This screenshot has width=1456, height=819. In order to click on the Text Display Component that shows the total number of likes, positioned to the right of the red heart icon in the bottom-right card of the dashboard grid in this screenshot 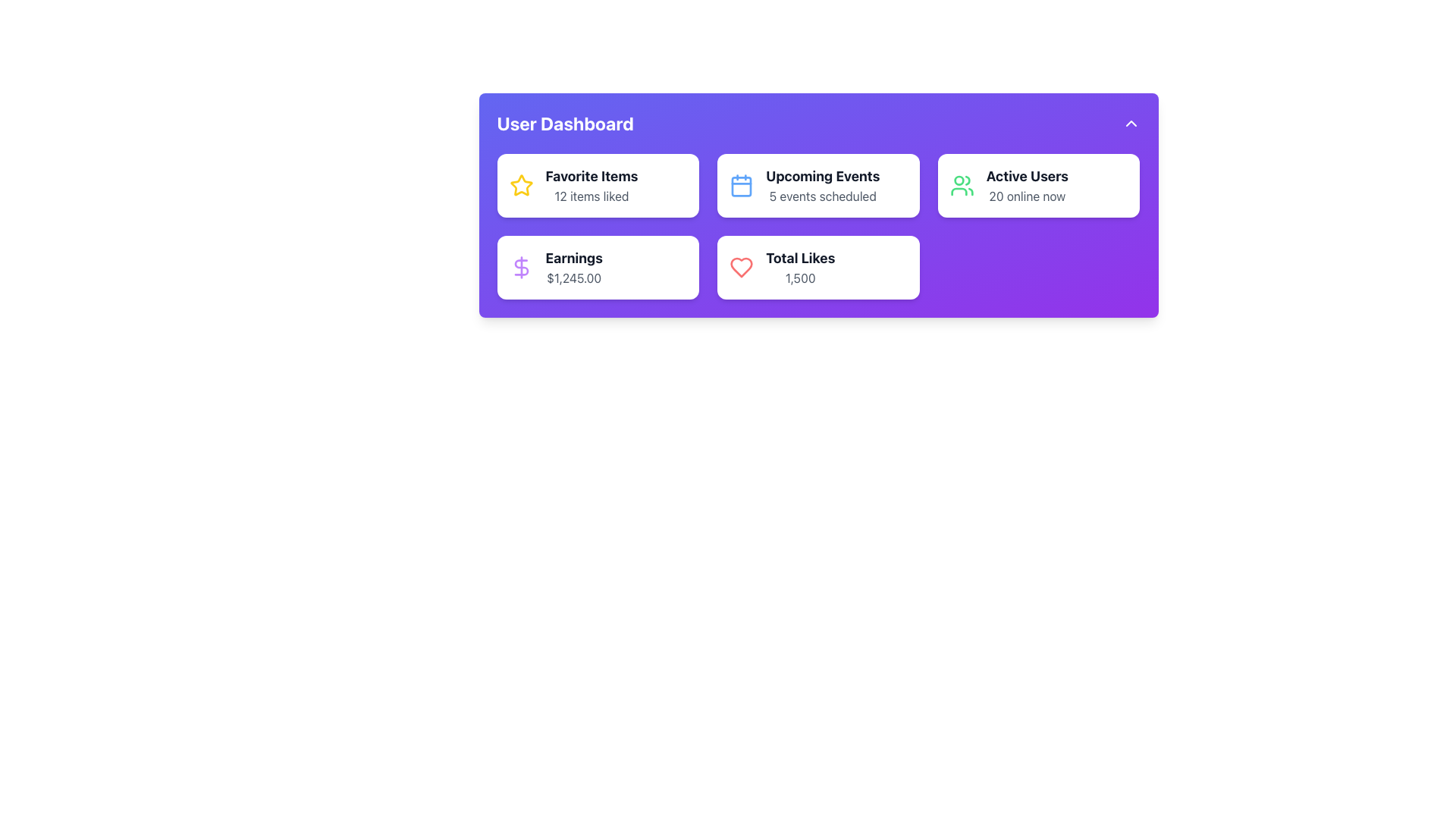, I will do `click(799, 267)`.